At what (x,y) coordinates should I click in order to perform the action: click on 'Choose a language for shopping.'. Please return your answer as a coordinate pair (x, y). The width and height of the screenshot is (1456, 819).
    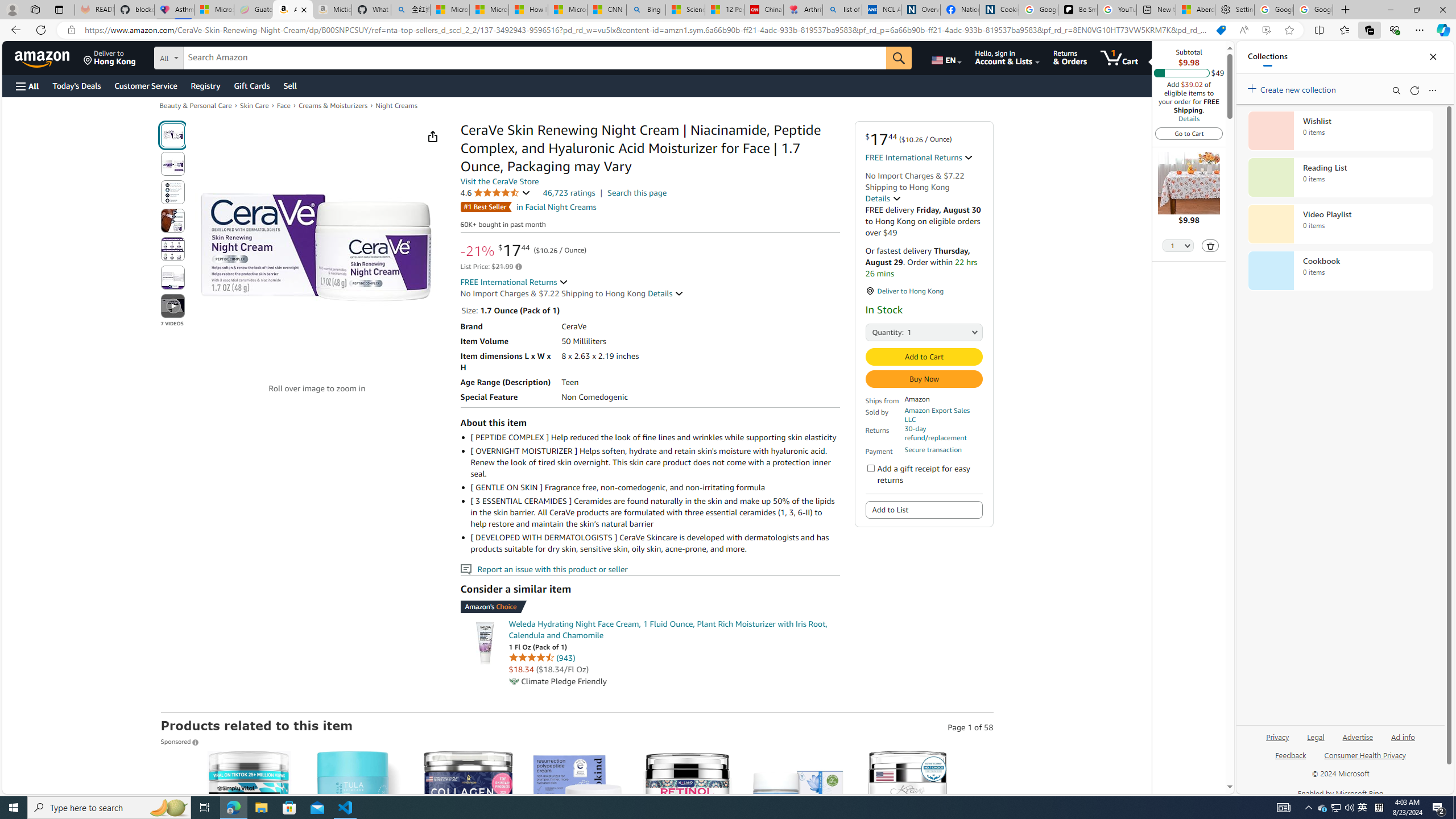
    Looking at the image, I should click on (945, 57).